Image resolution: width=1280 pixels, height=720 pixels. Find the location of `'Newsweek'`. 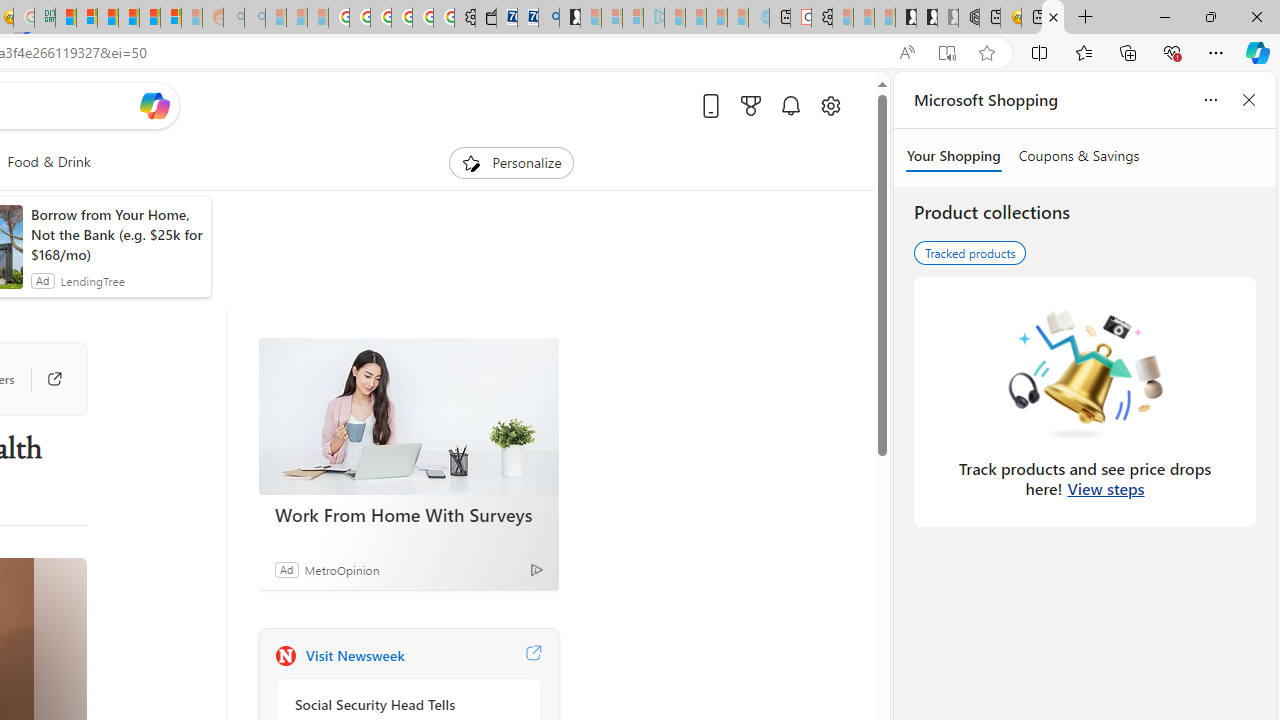

'Newsweek' is located at coordinates (284, 655).